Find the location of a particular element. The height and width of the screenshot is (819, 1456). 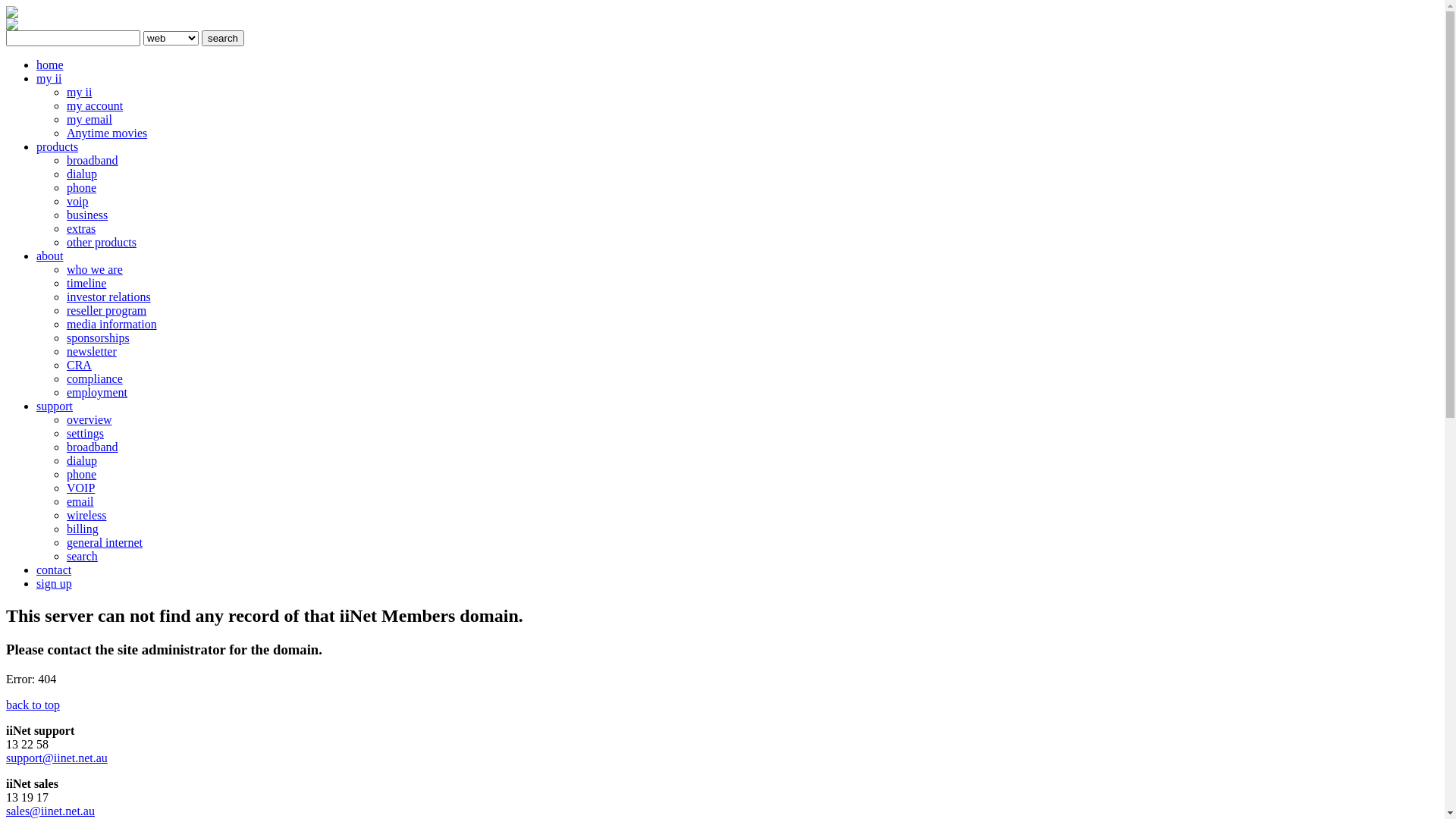

'who we are' is located at coordinates (93, 268).